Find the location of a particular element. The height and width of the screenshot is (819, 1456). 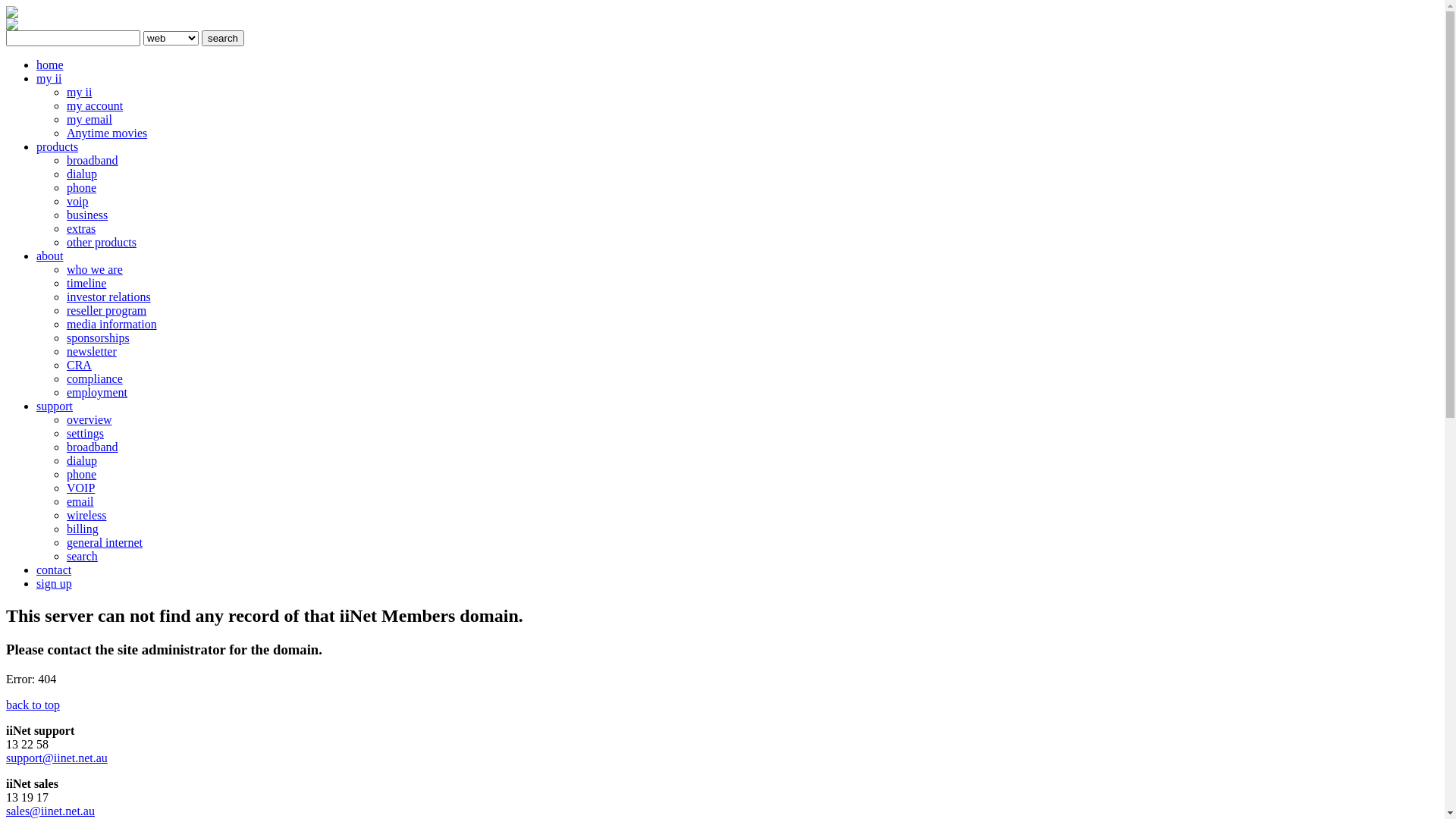

'who we are' is located at coordinates (93, 268).